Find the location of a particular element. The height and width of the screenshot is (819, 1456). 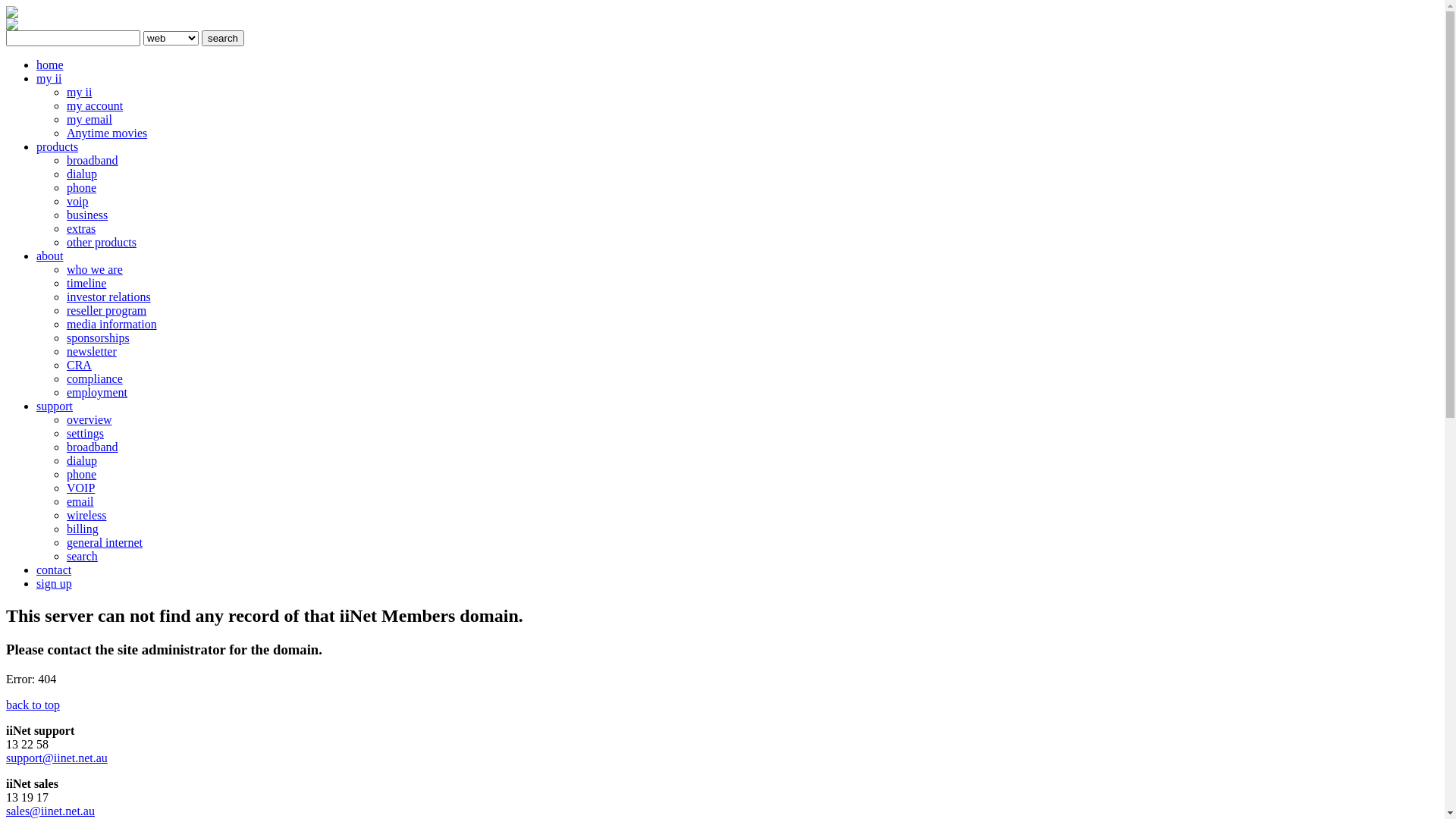

'who we are' is located at coordinates (93, 268).